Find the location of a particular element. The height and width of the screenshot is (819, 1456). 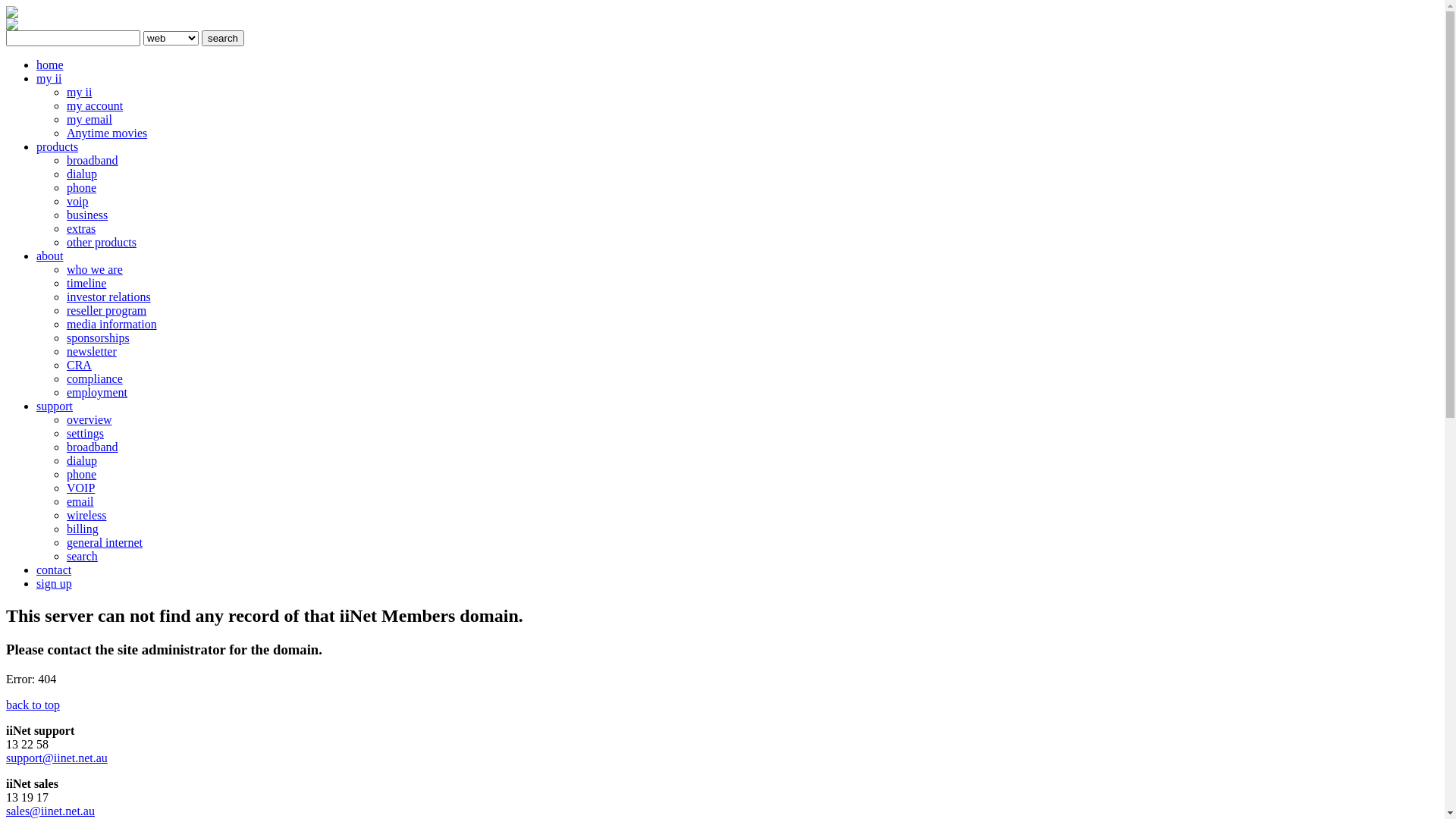

'who we are' is located at coordinates (93, 268).